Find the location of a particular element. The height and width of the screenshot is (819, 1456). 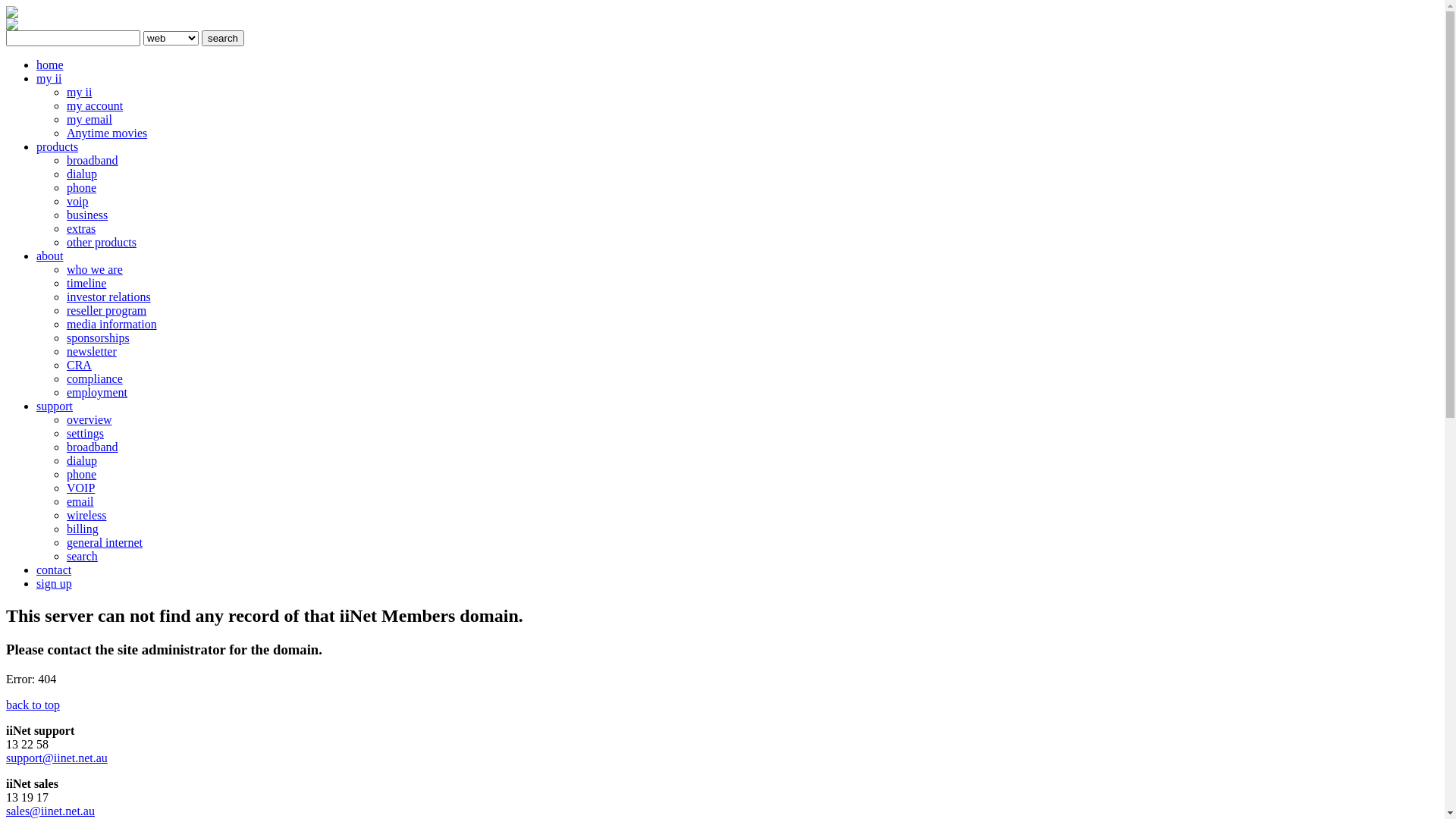

'who we are' is located at coordinates (93, 268).